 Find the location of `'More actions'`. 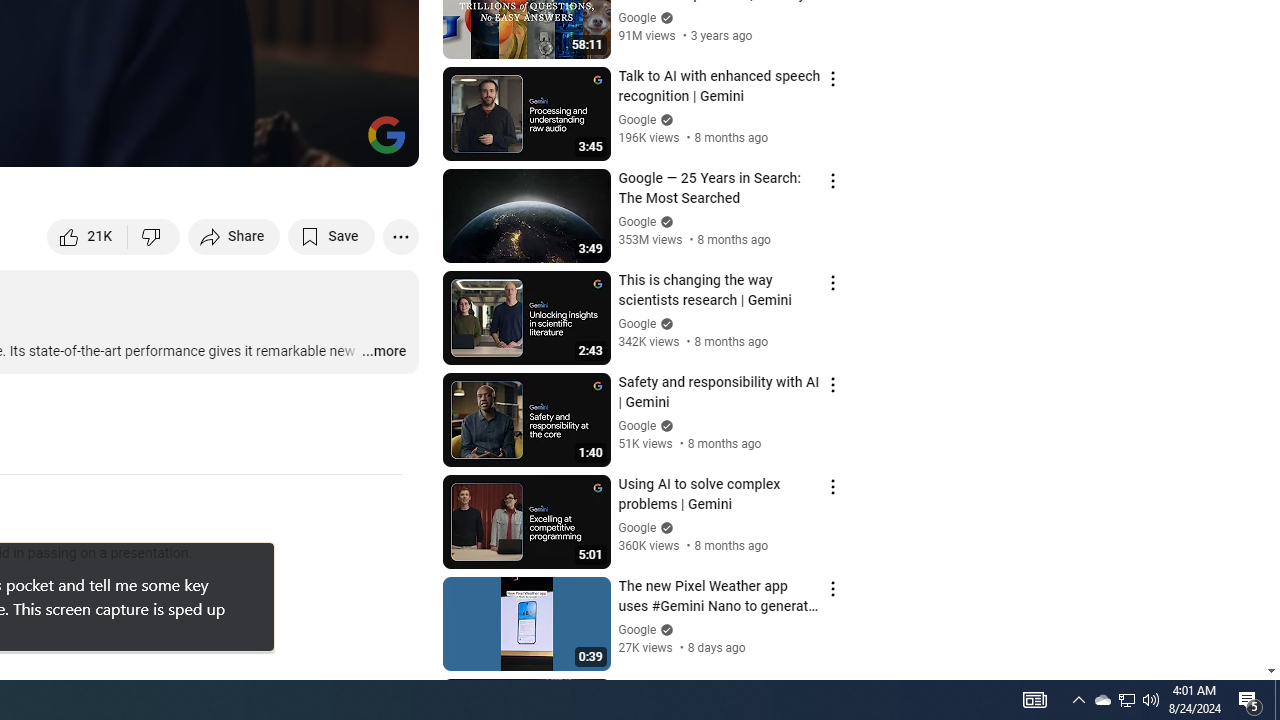

'More actions' is located at coordinates (400, 235).